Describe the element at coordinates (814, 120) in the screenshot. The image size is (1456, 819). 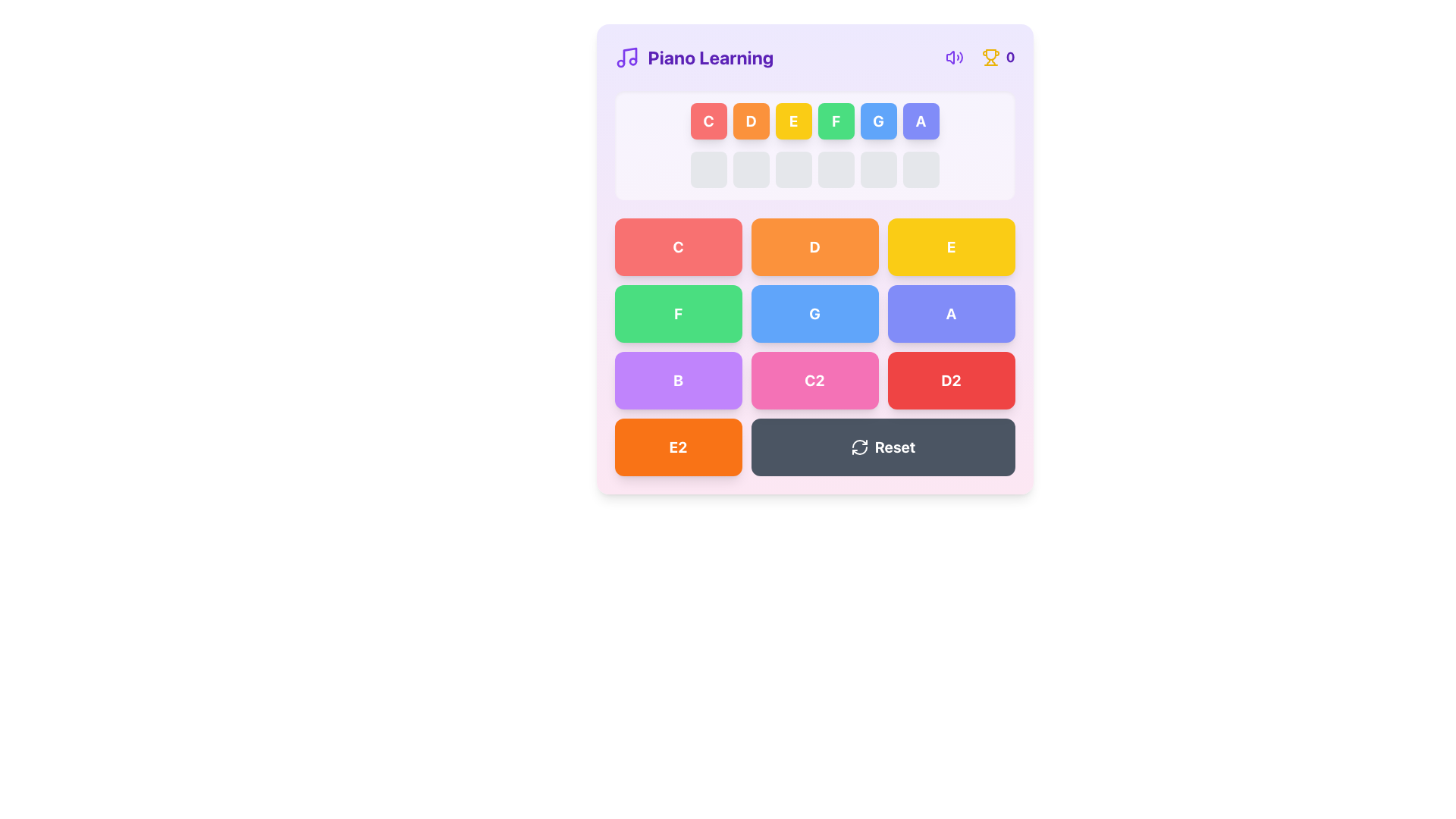
I see `the static display element featuring grouped text items that represents a sequence of musical notes, located directly under the title 'Piano Learning'` at that location.